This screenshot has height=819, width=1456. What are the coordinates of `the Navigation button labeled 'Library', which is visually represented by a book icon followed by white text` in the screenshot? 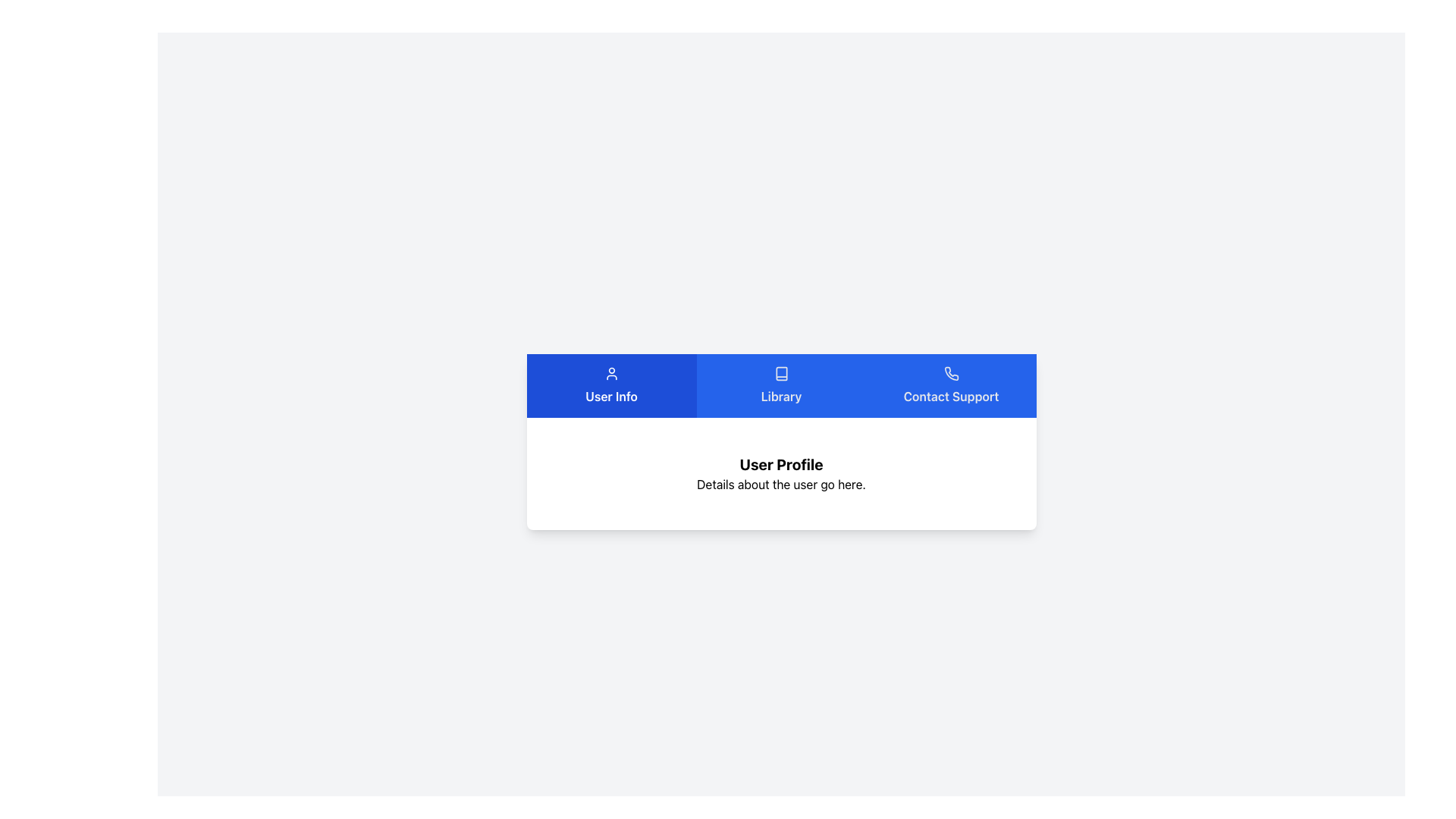 It's located at (781, 385).